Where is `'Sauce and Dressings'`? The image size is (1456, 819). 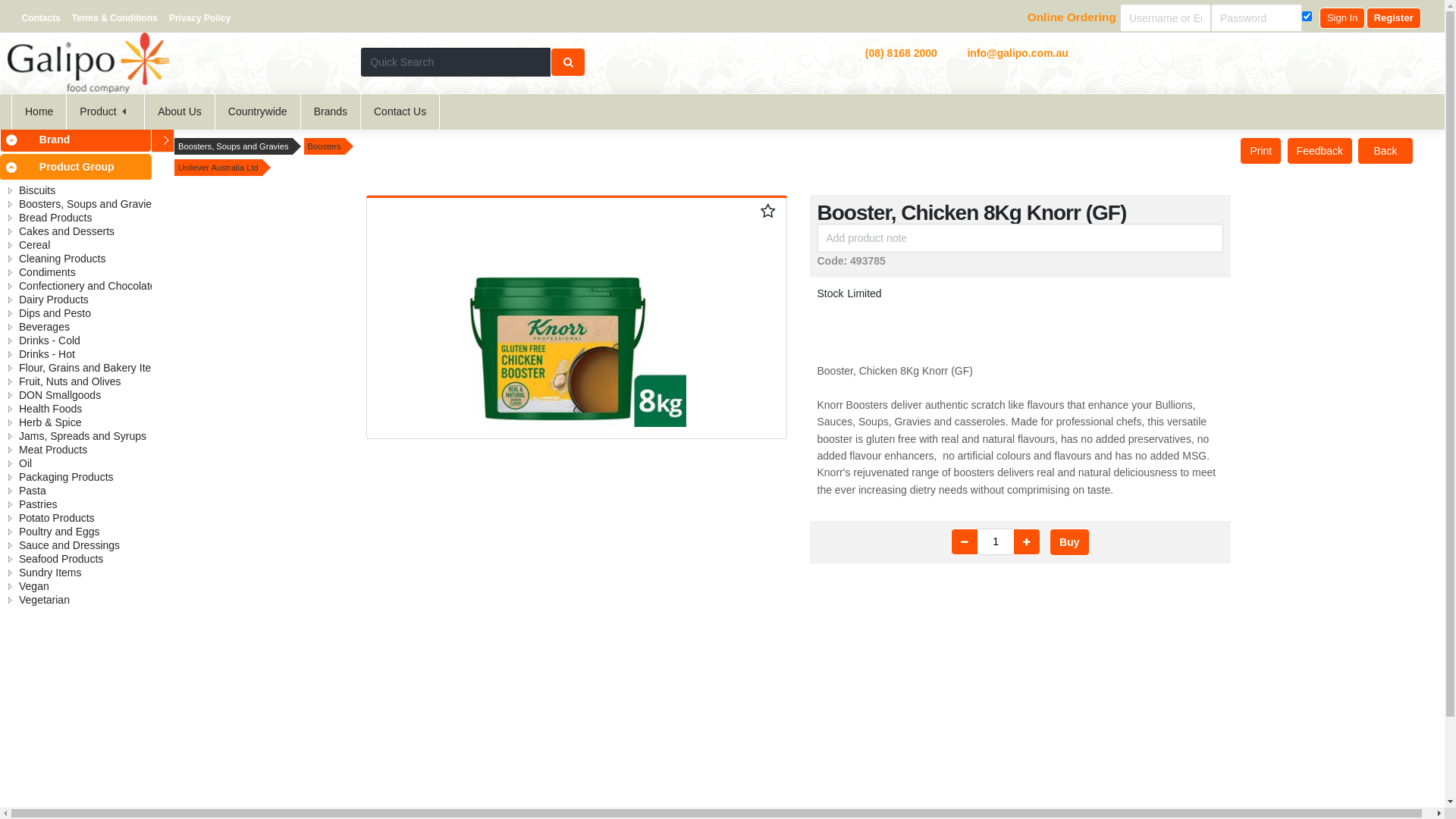
'Sauce and Dressings' is located at coordinates (68, 544).